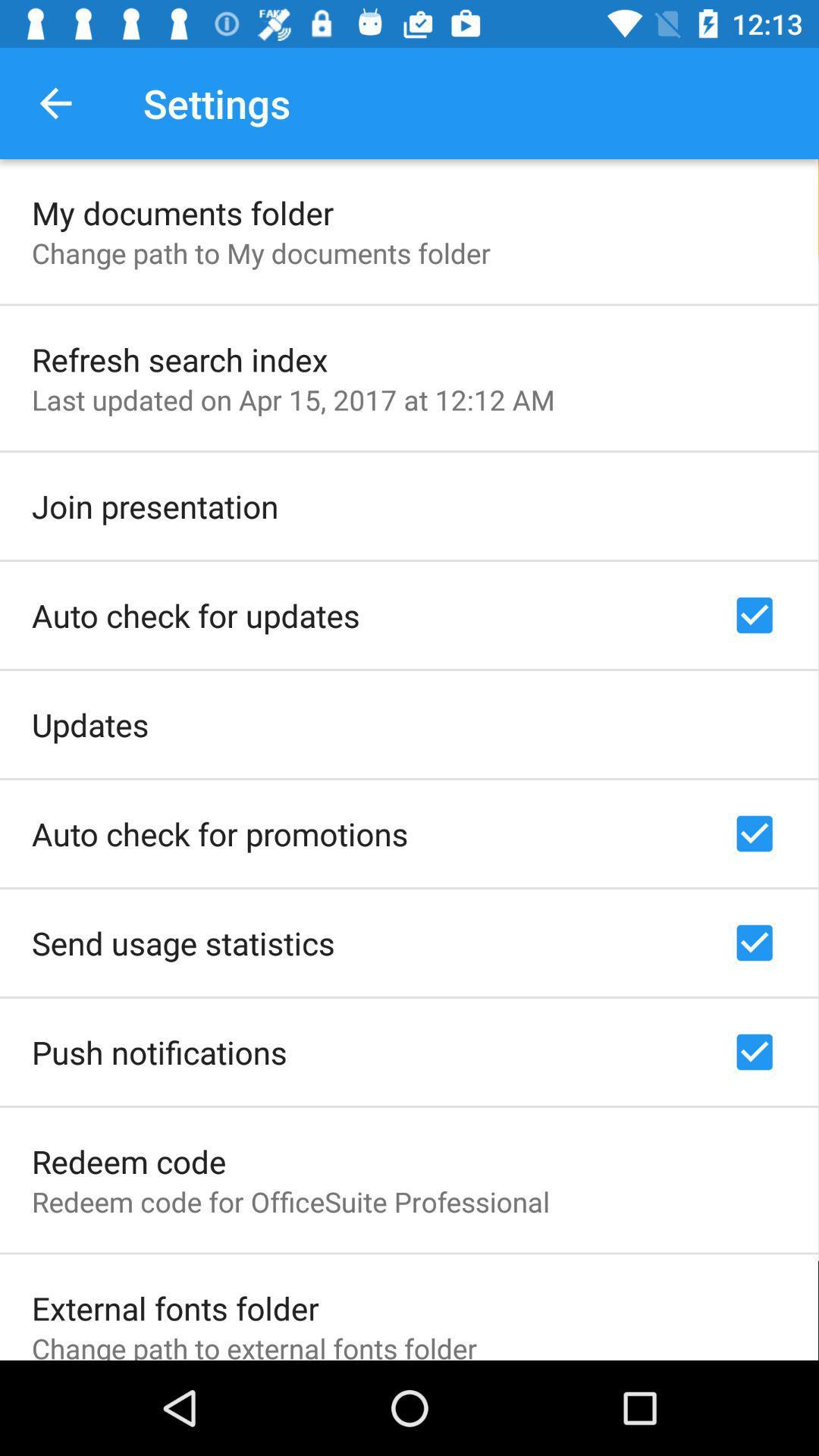 The image size is (819, 1456). I want to click on go back, so click(55, 102).